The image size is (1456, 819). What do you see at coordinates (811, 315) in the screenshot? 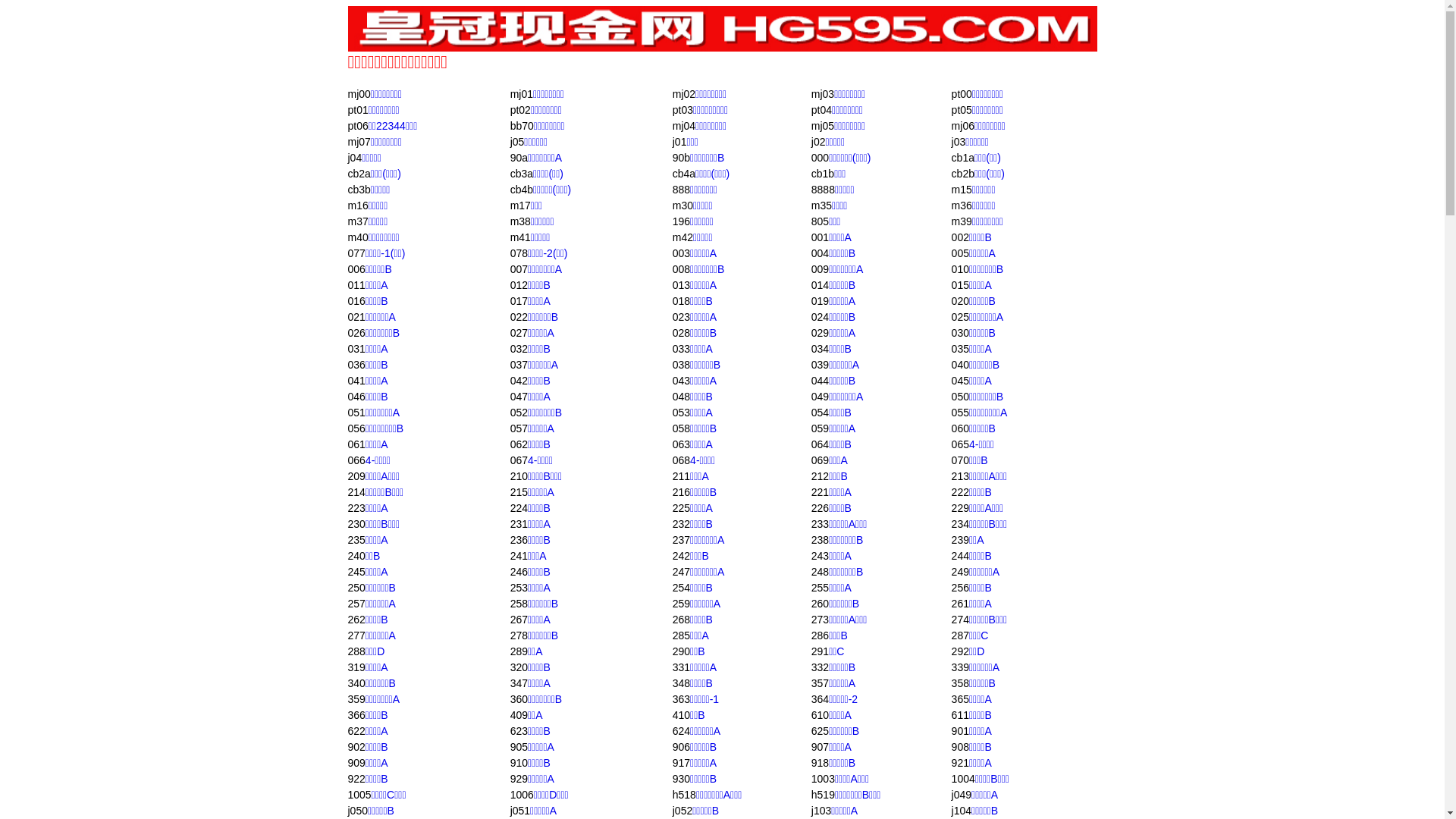
I see `'024'` at bounding box center [811, 315].